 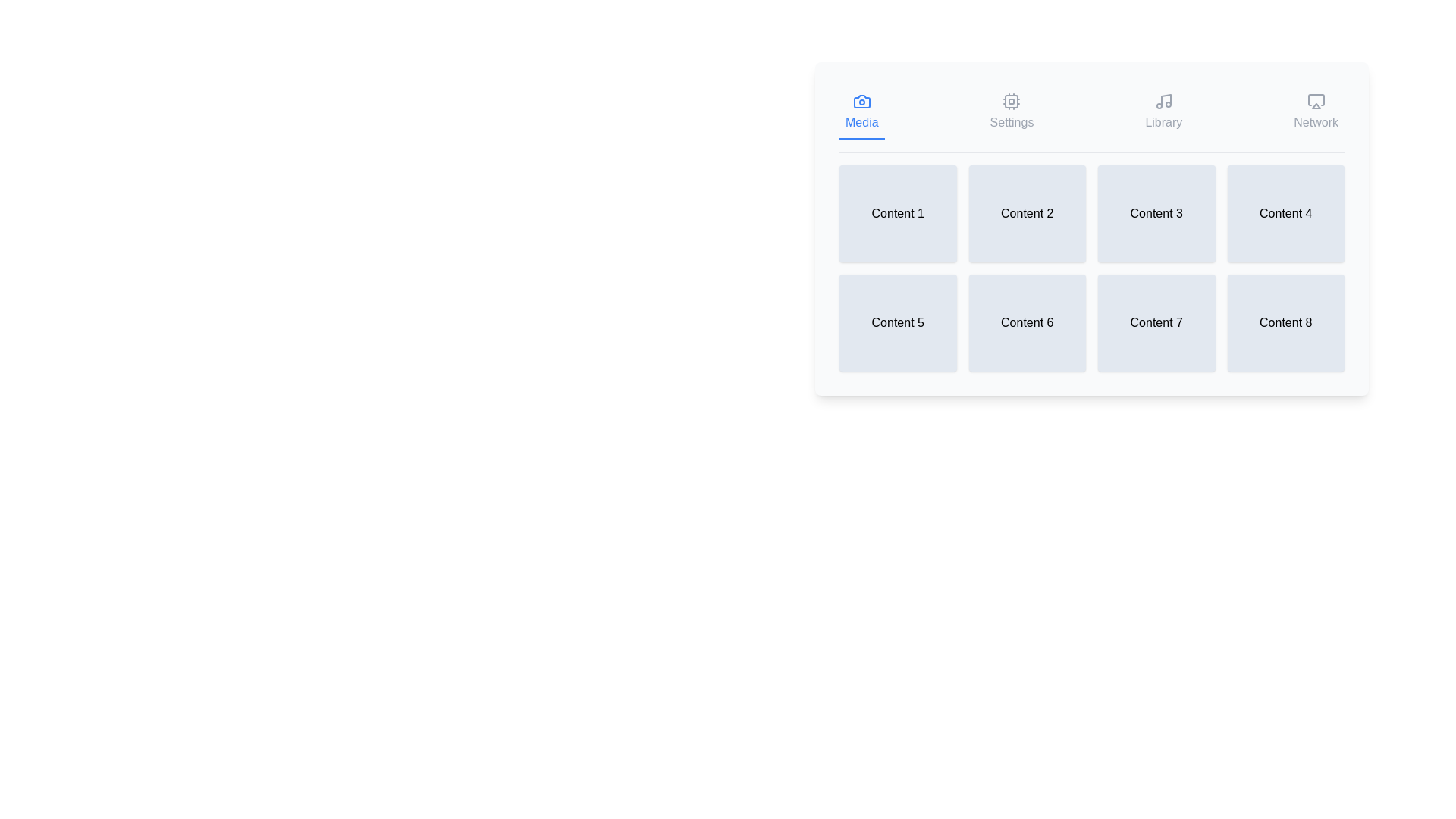 What do you see at coordinates (861, 112) in the screenshot?
I see `the tab icon labeled Media to observe the tooltip or feedback` at bounding box center [861, 112].